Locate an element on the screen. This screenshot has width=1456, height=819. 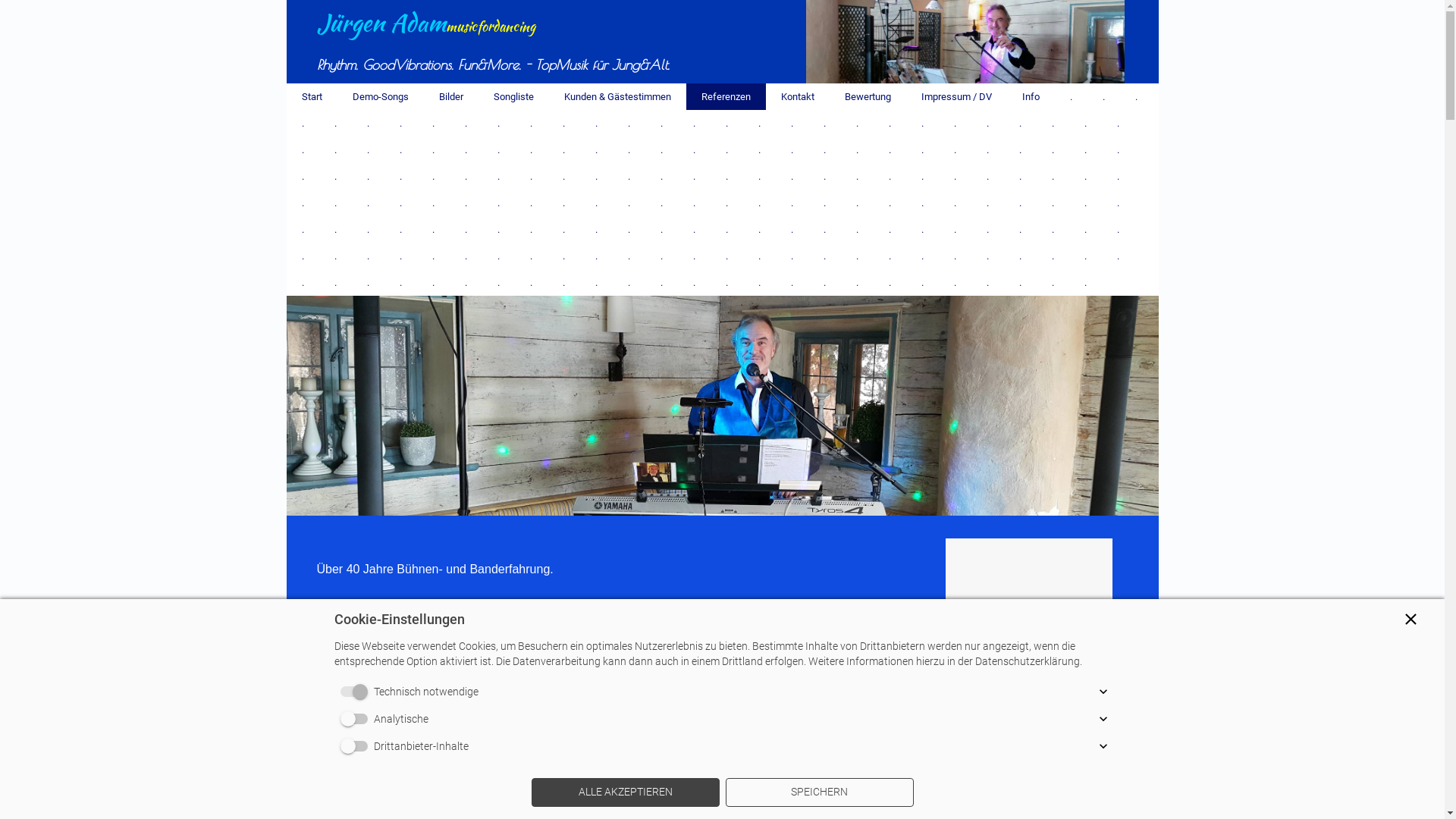
'.' is located at coordinates (563, 149).